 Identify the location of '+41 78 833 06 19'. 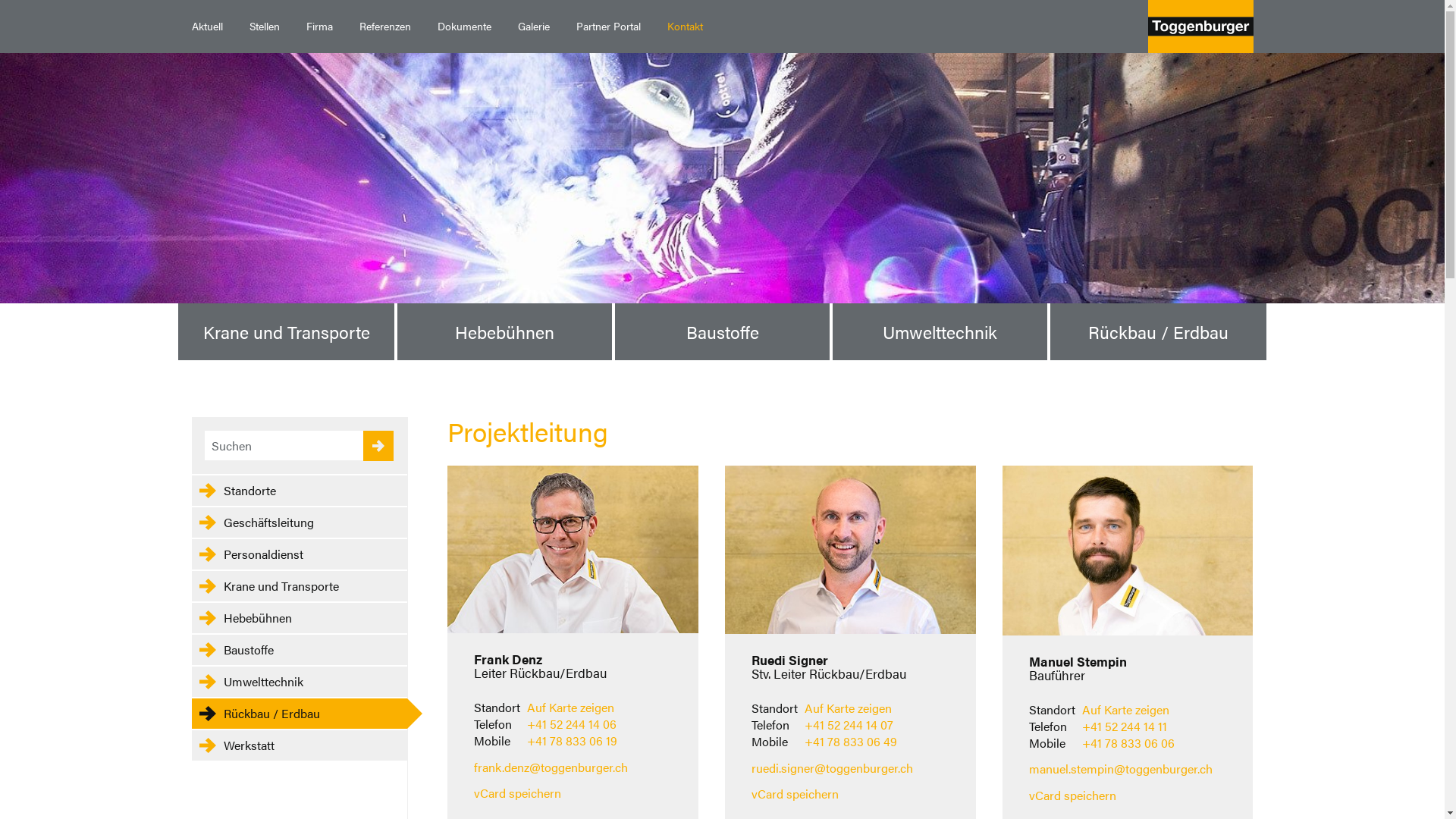
(571, 739).